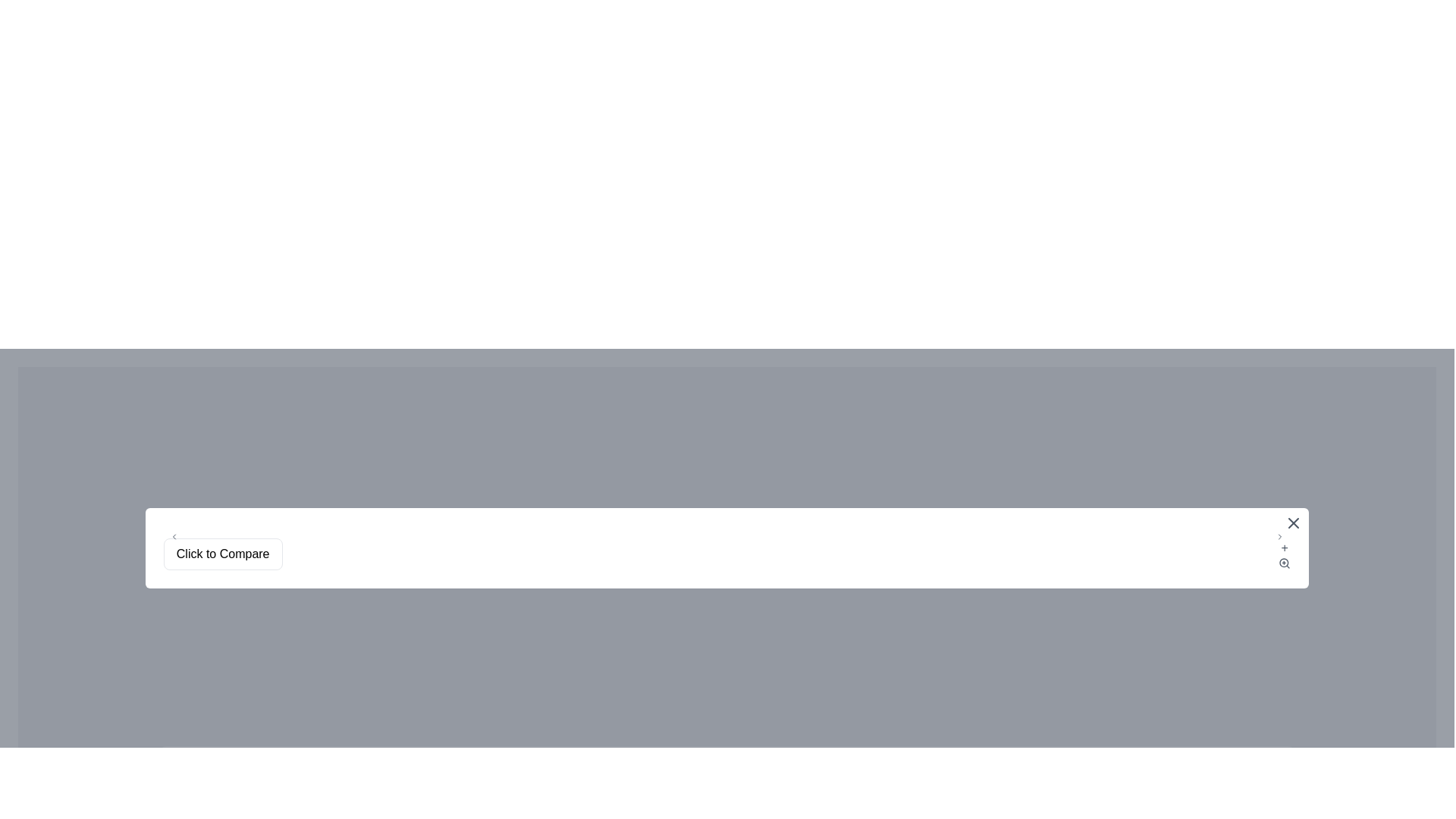 This screenshot has height=819, width=1456. Describe the element at coordinates (222, 554) in the screenshot. I see `the 'Click to Compare' button, which is a rounded button with a white background and centered text, to observe its hover styling effects` at that location.